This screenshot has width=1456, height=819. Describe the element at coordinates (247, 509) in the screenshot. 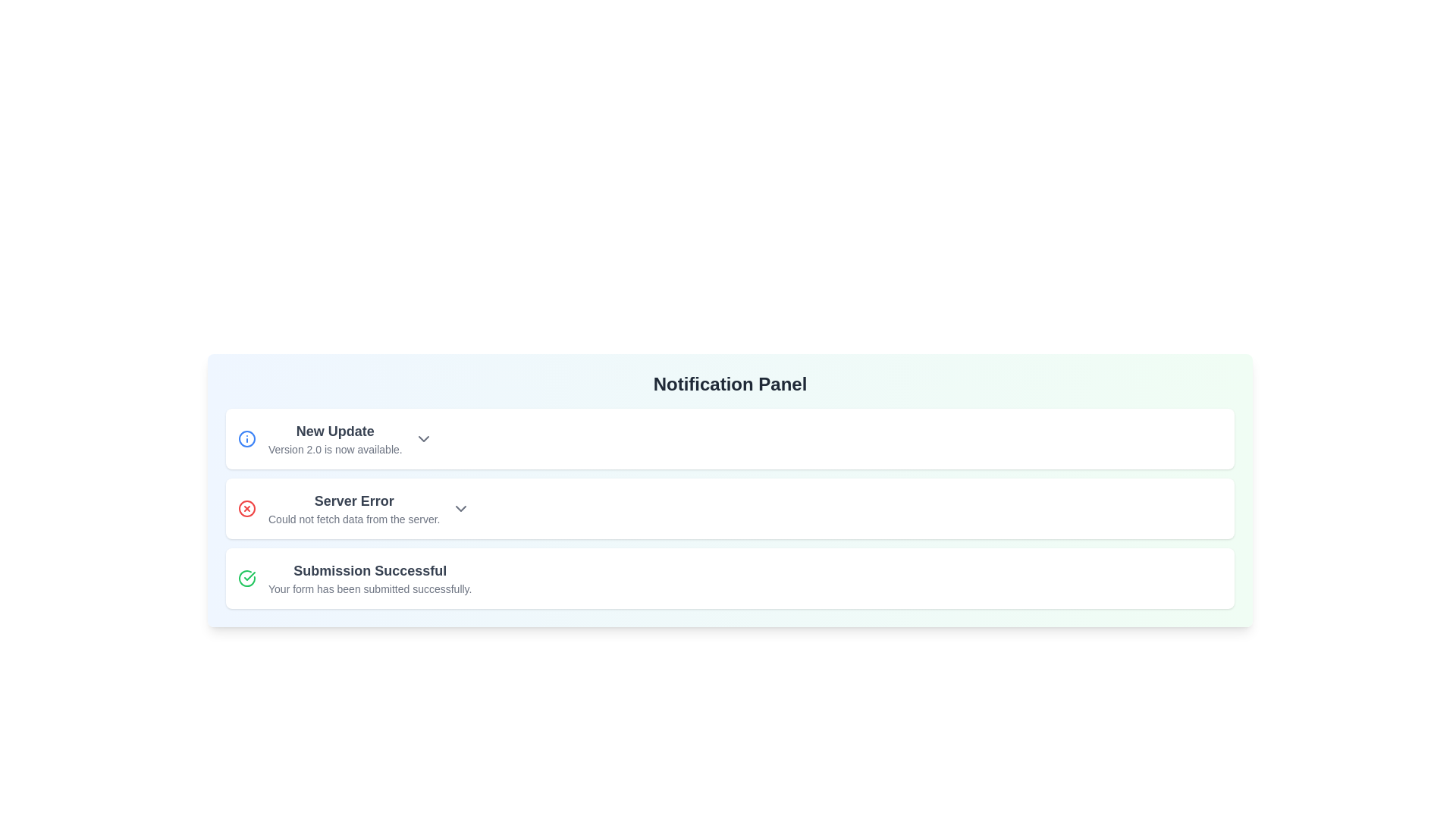

I see `the red circular icon with a cross, which indicates an error or cancellation, located in the second row of the notification list interface, to the left of the 'Server Error' title text` at that location.